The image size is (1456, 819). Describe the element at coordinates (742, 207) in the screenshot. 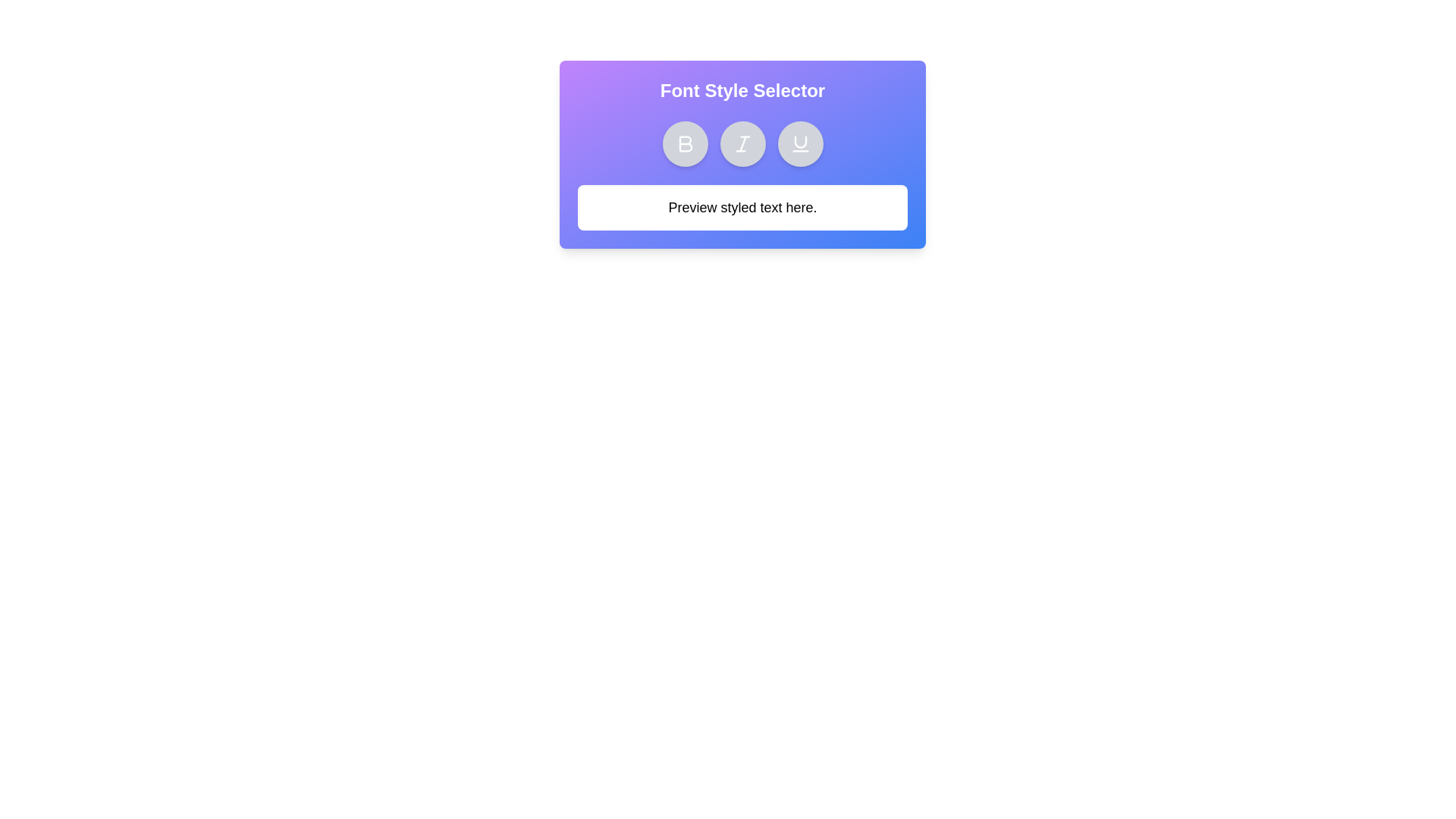

I see `the preview text to select it` at that location.